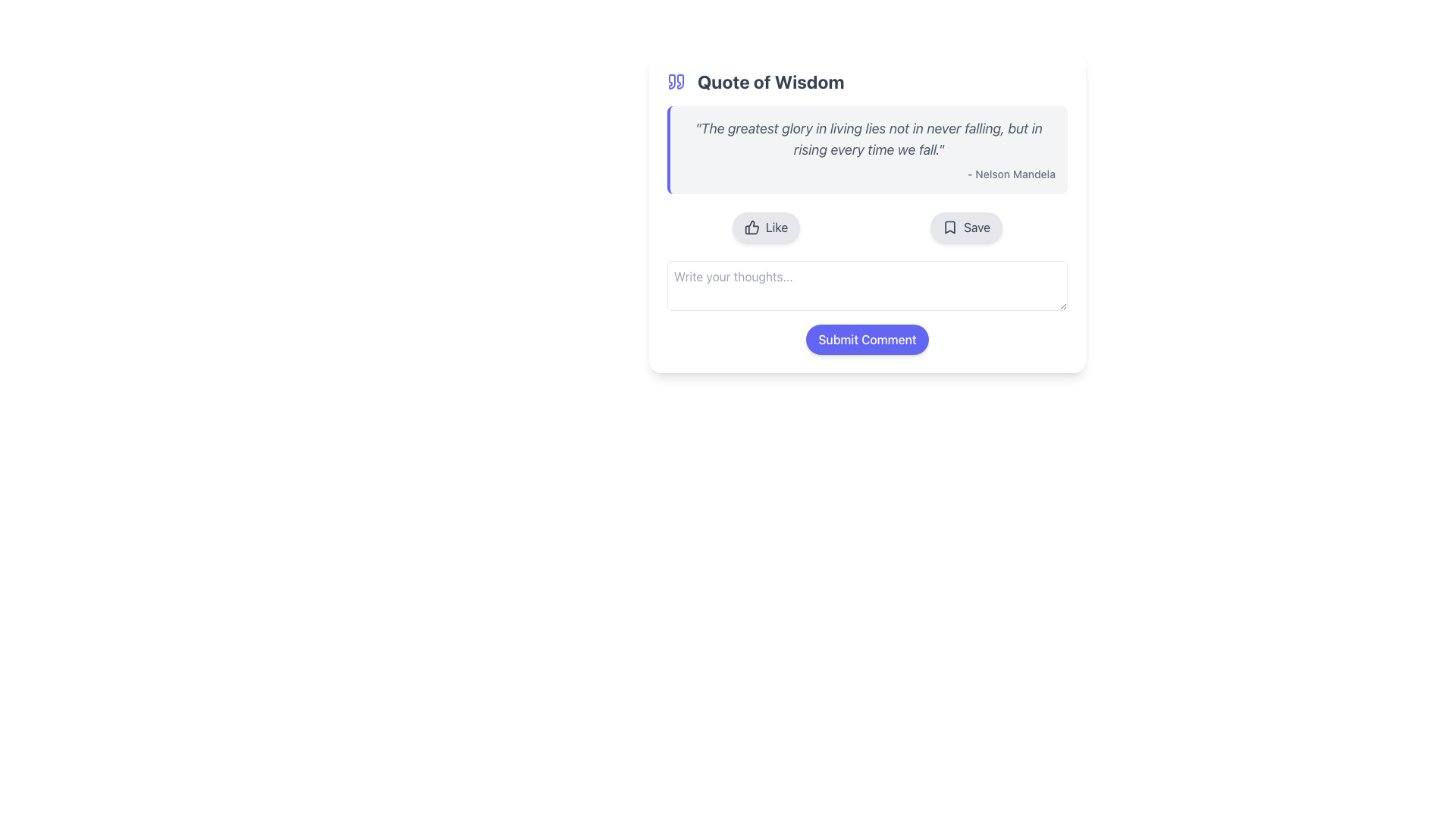  I want to click on the Text Label that serves as a title or headline for the panel, located in the upper part of the card-like component, following an icon on its left side and positioned above a block containing quotation text, so click(770, 82).